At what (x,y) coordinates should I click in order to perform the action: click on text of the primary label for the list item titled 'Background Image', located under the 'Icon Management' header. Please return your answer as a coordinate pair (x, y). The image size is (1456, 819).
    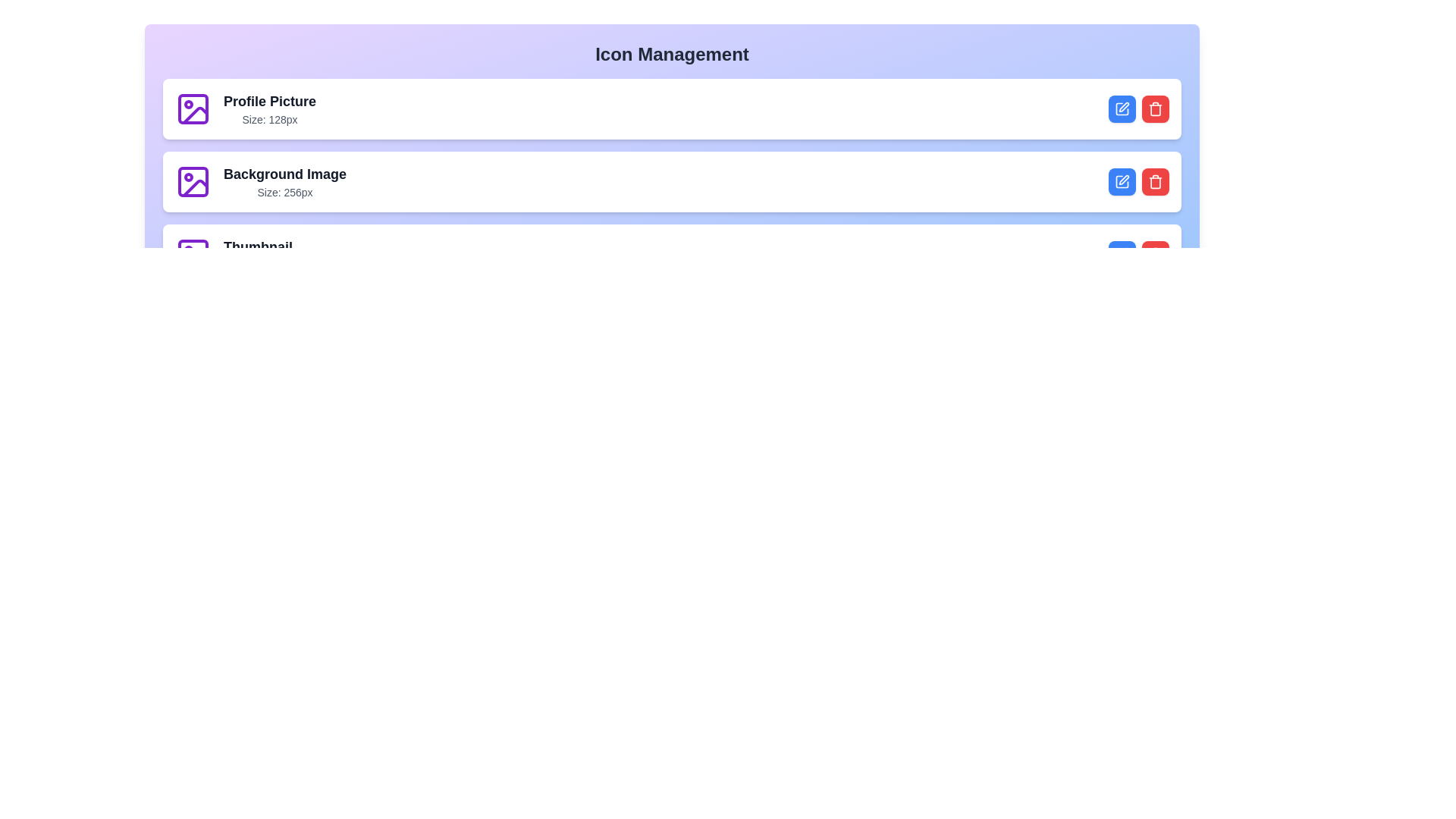
    Looking at the image, I should click on (284, 174).